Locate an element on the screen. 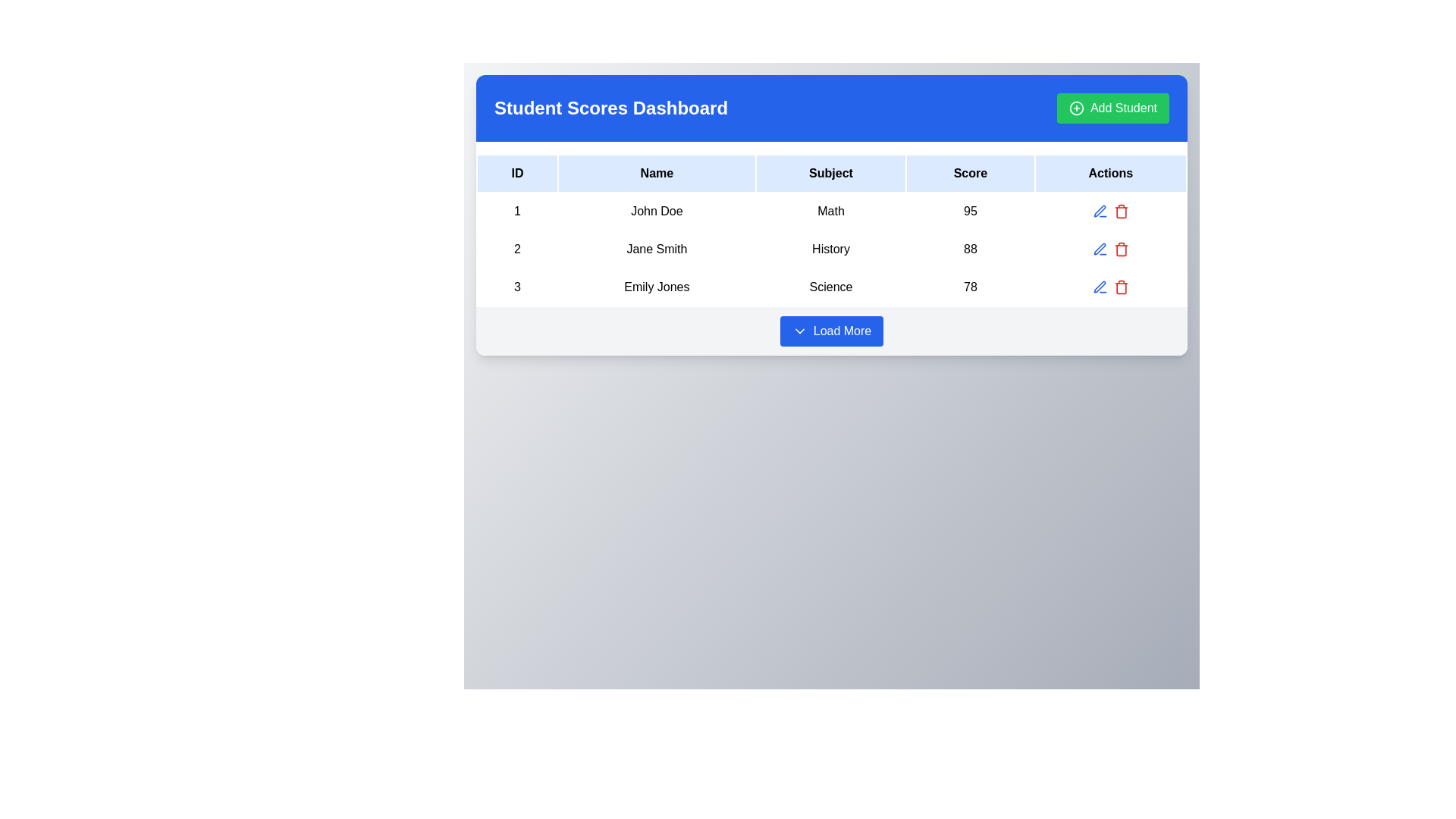  the text-based table cell displaying the score '95' for student 'John Doe' in the subject 'Math' located in the fourth column of the table is located at coordinates (969, 211).